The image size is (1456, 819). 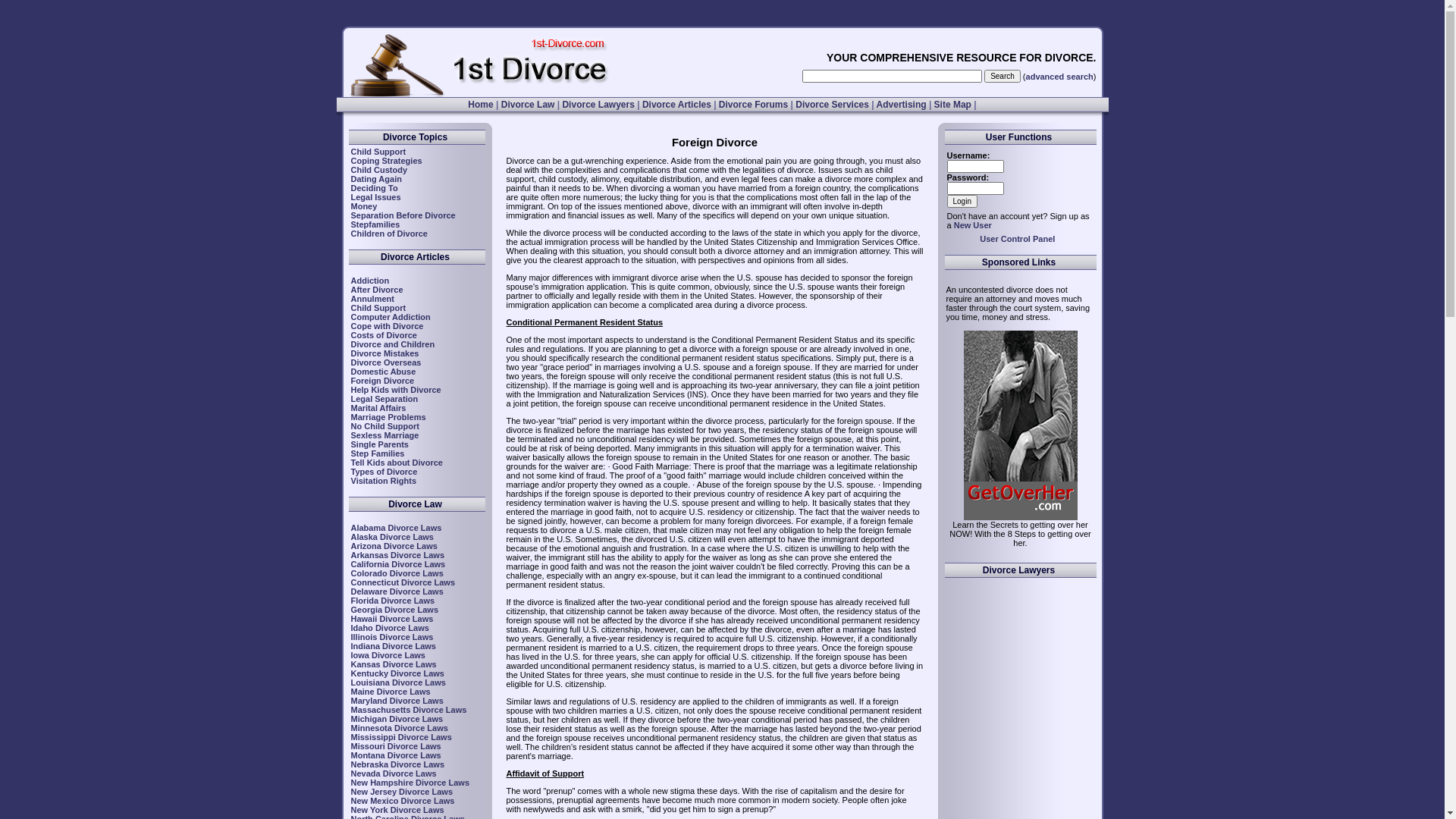 What do you see at coordinates (393, 773) in the screenshot?
I see `'Nevada Divorce Laws'` at bounding box center [393, 773].